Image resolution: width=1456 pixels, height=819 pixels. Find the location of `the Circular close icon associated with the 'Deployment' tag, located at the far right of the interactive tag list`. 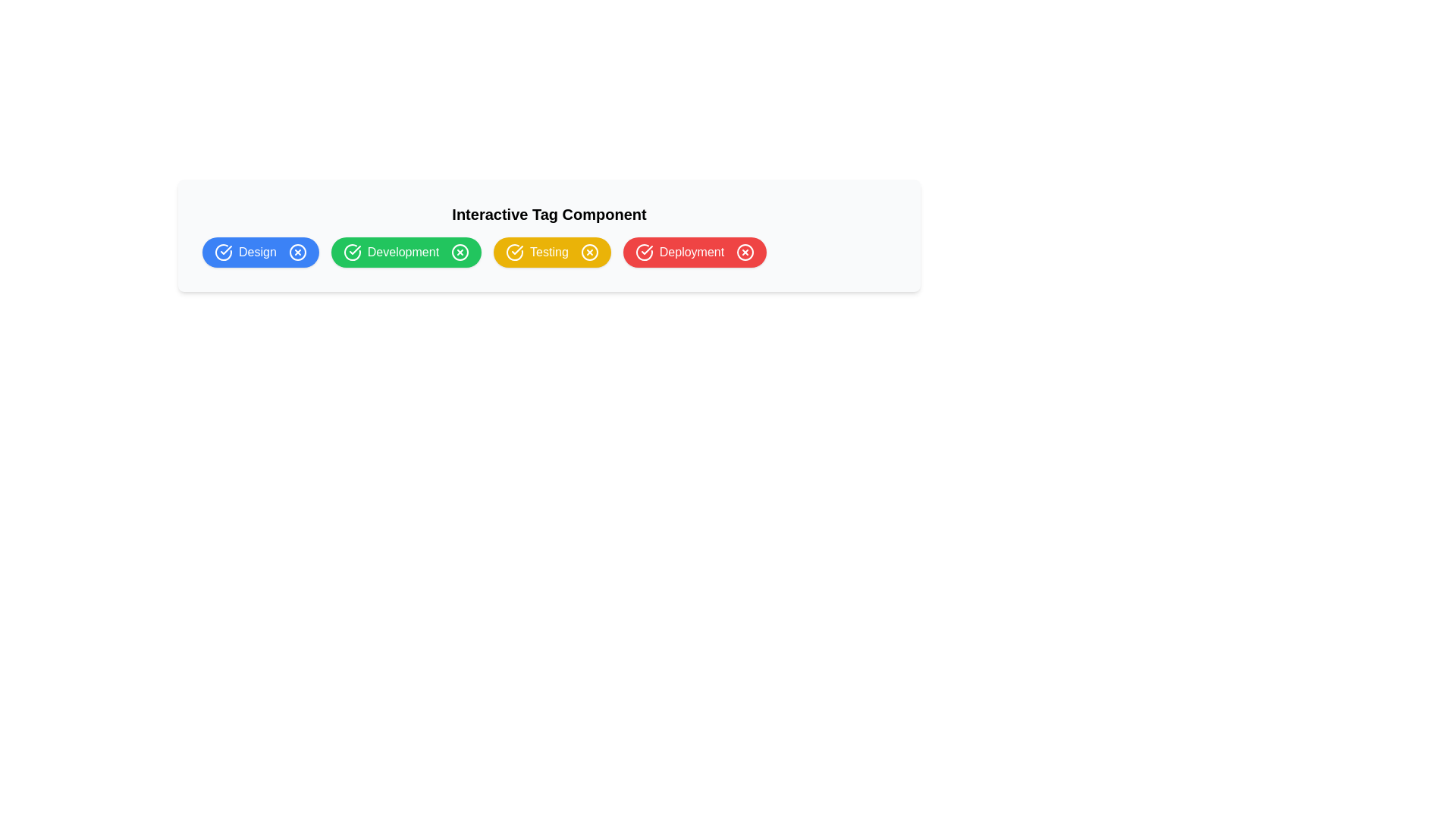

the Circular close icon associated with the 'Deployment' tag, located at the far right of the interactive tag list is located at coordinates (745, 251).